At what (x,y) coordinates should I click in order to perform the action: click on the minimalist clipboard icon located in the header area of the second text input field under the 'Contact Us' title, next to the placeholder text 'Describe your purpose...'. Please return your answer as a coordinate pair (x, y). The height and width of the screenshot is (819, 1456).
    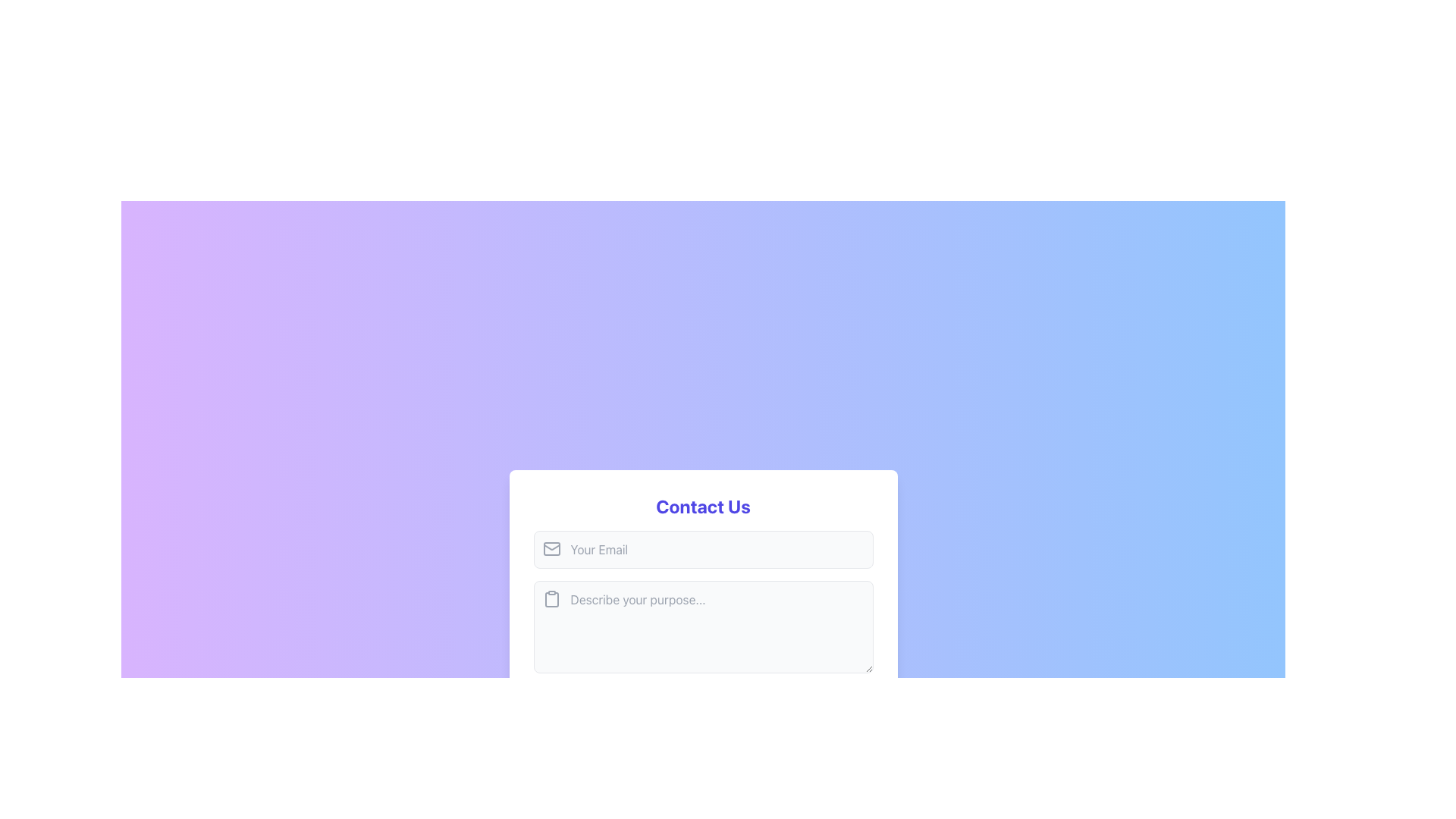
    Looking at the image, I should click on (551, 598).